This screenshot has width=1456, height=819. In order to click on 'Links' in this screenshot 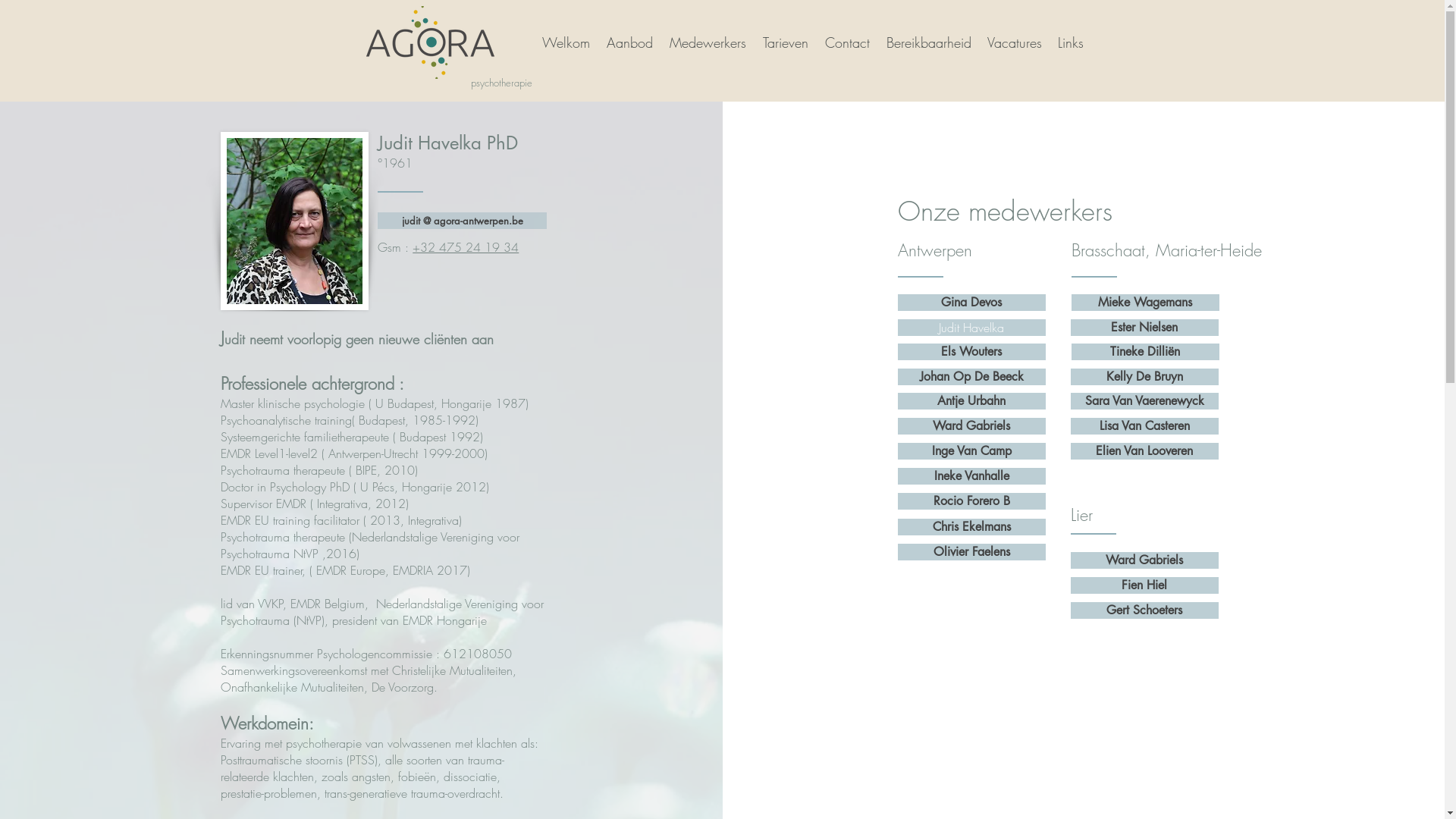, I will do `click(1069, 42)`.